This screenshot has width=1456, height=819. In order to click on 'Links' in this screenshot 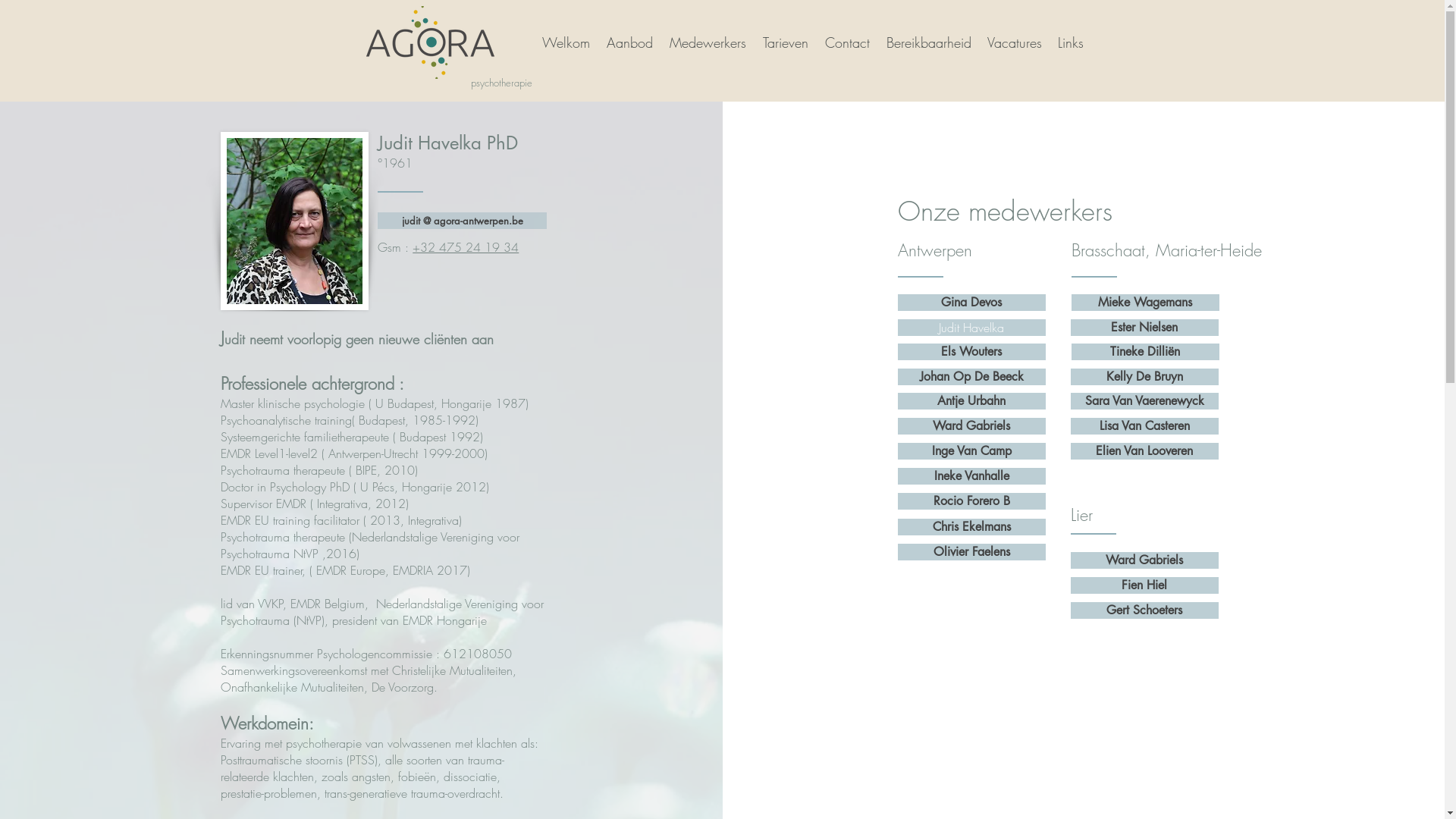, I will do `click(1069, 42)`.